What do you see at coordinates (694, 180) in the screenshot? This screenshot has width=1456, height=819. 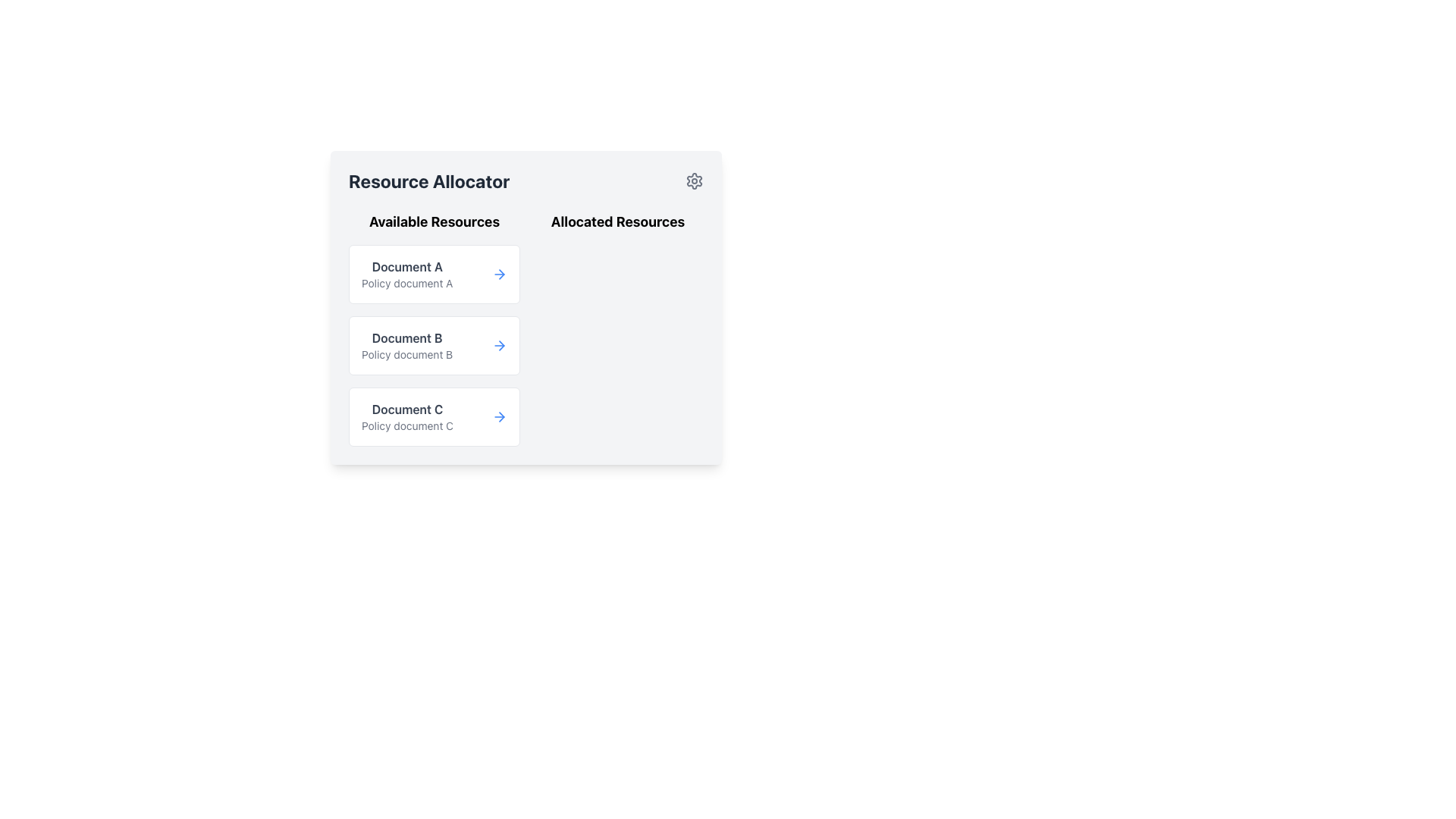 I see `the settings icon located in the top-right corner of the 'Resource Allocator' card` at bounding box center [694, 180].